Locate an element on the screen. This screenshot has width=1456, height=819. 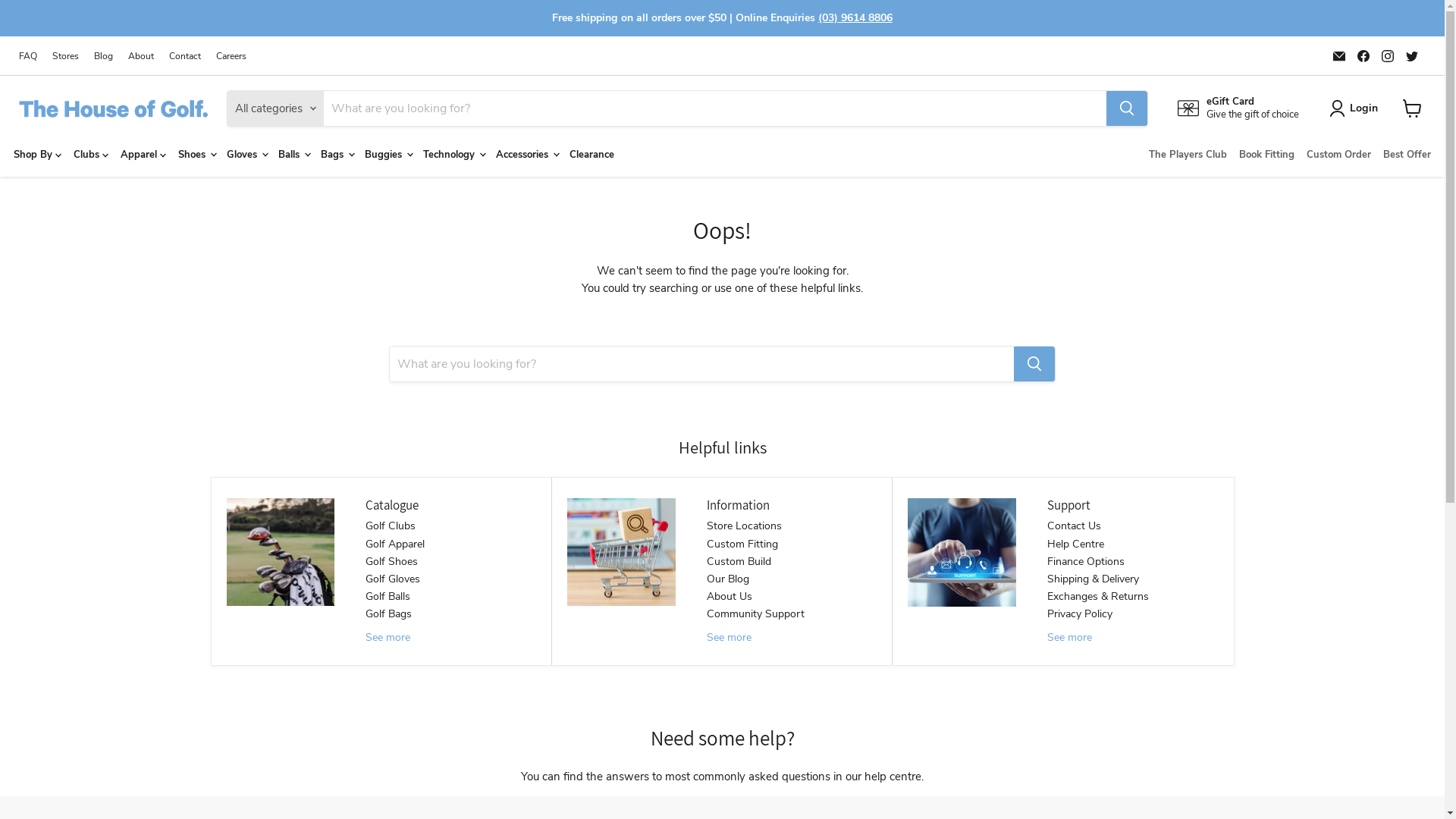
'About Us' is located at coordinates (729, 595).